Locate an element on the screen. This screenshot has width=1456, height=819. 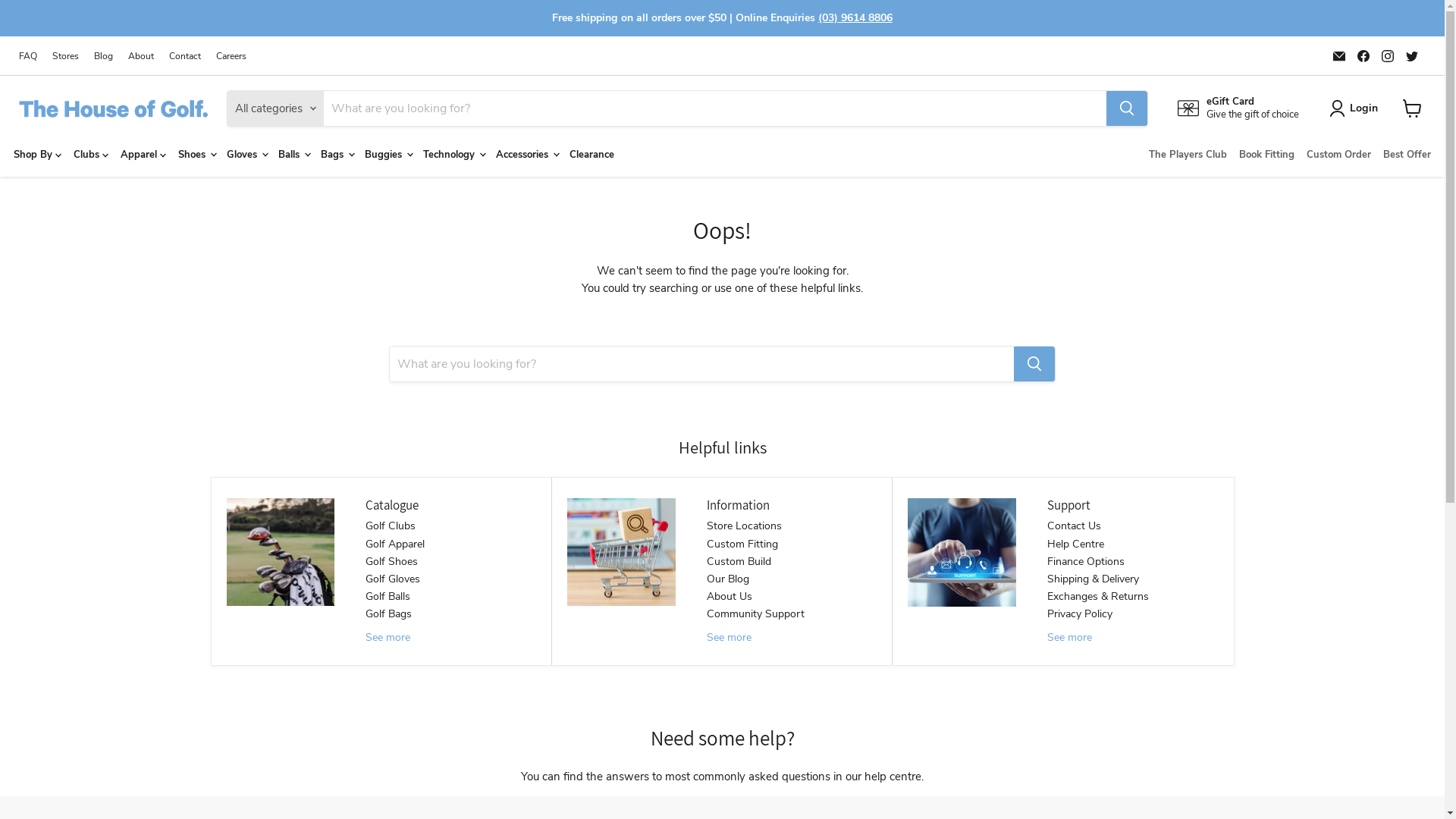
'About Us' is located at coordinates (729, 595).